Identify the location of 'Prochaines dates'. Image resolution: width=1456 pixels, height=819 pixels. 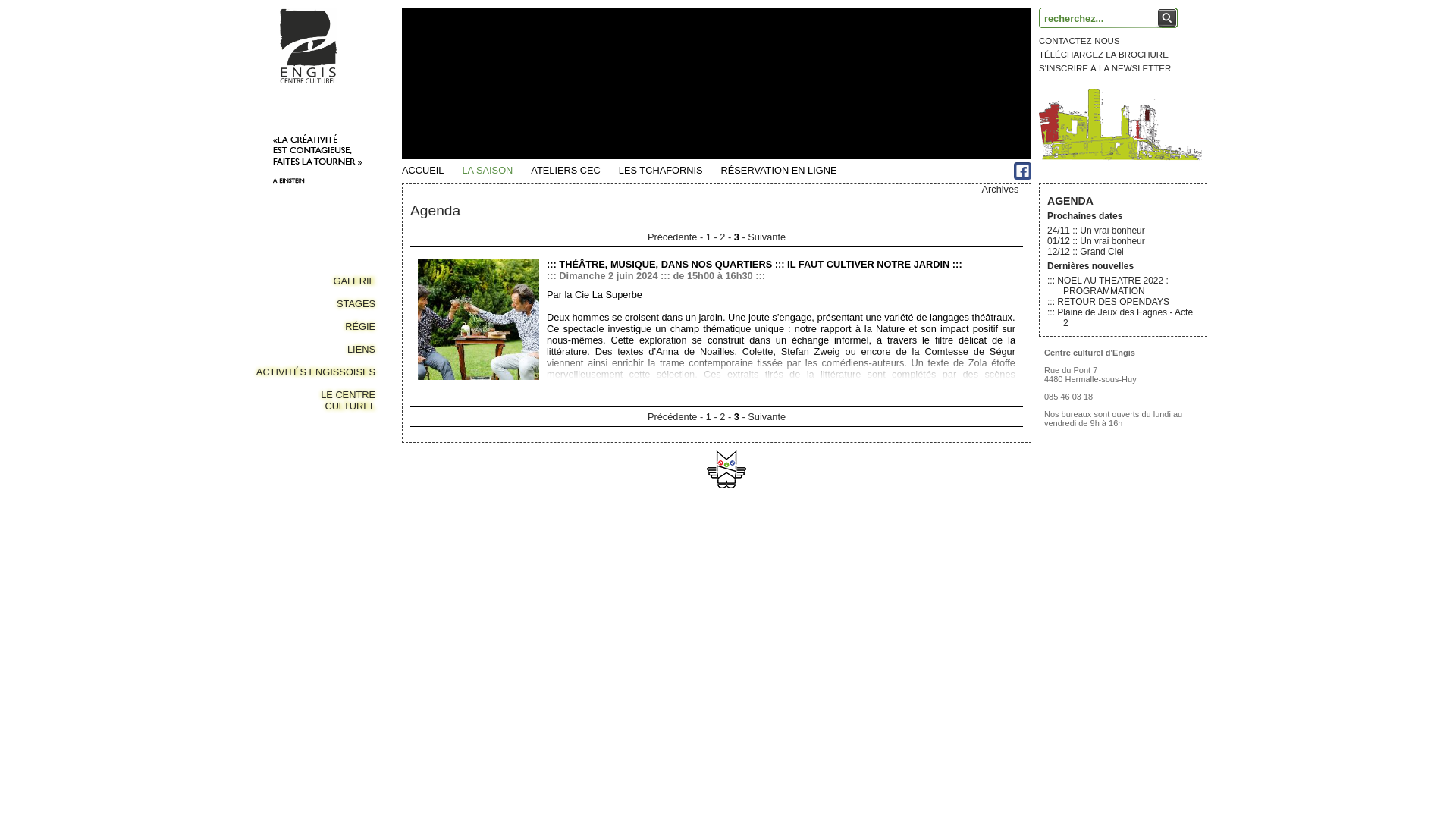
(1084, 216).